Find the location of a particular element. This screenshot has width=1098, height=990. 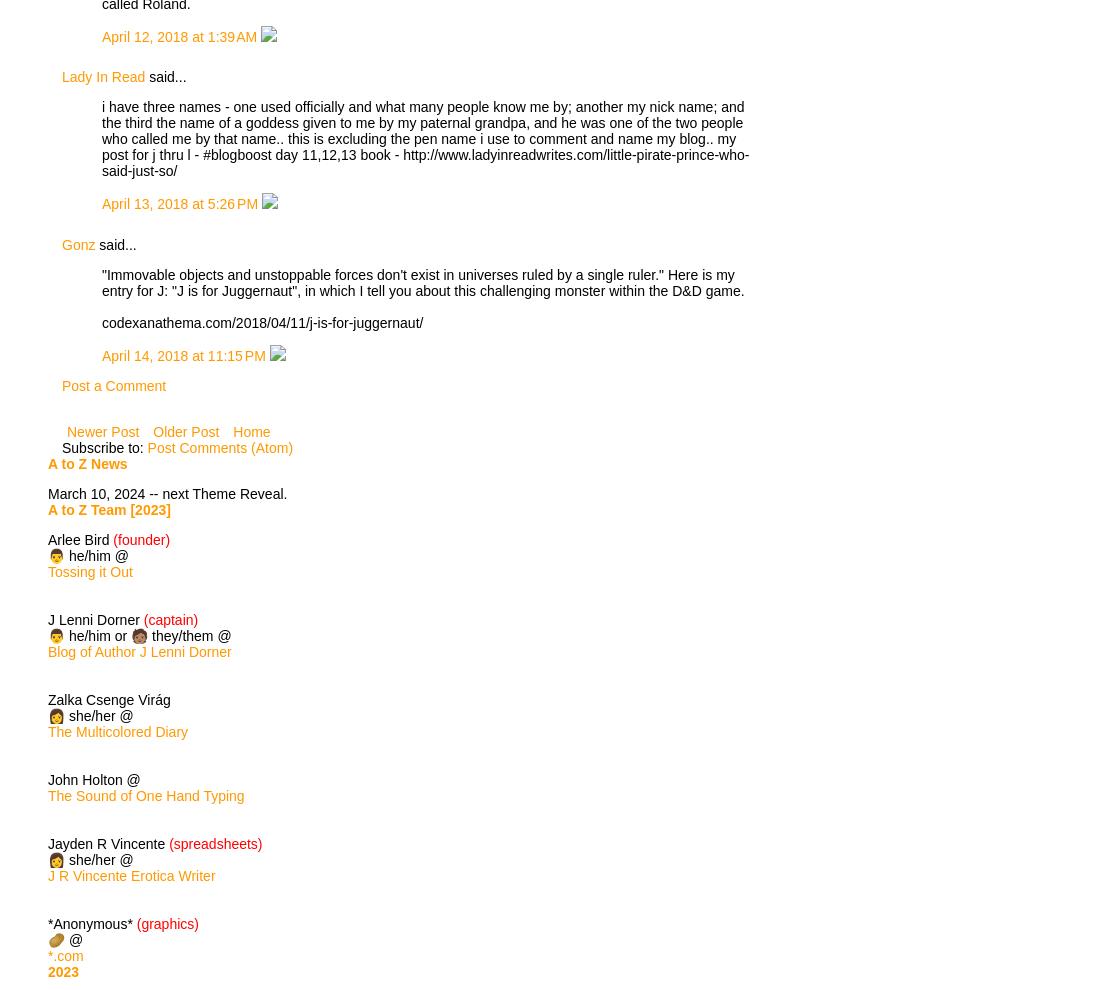

'*.com' is located at coordinates (64, 956).